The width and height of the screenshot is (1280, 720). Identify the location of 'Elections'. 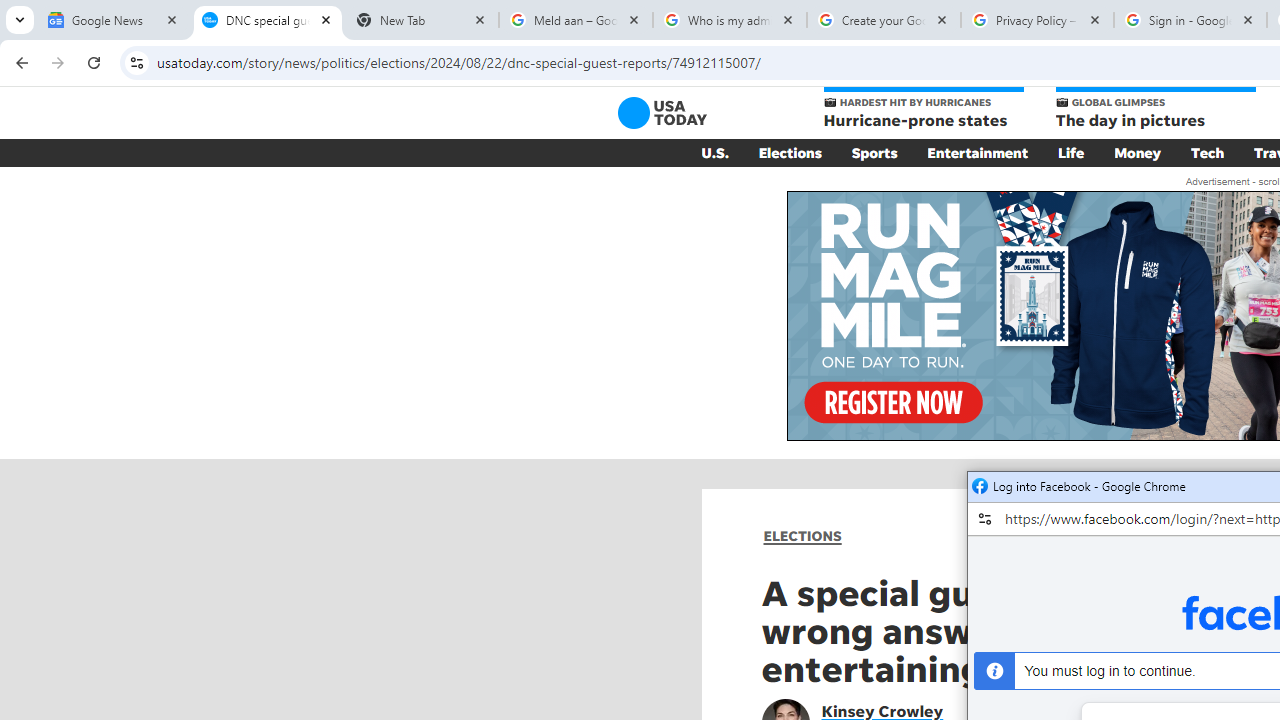
(788, 152).